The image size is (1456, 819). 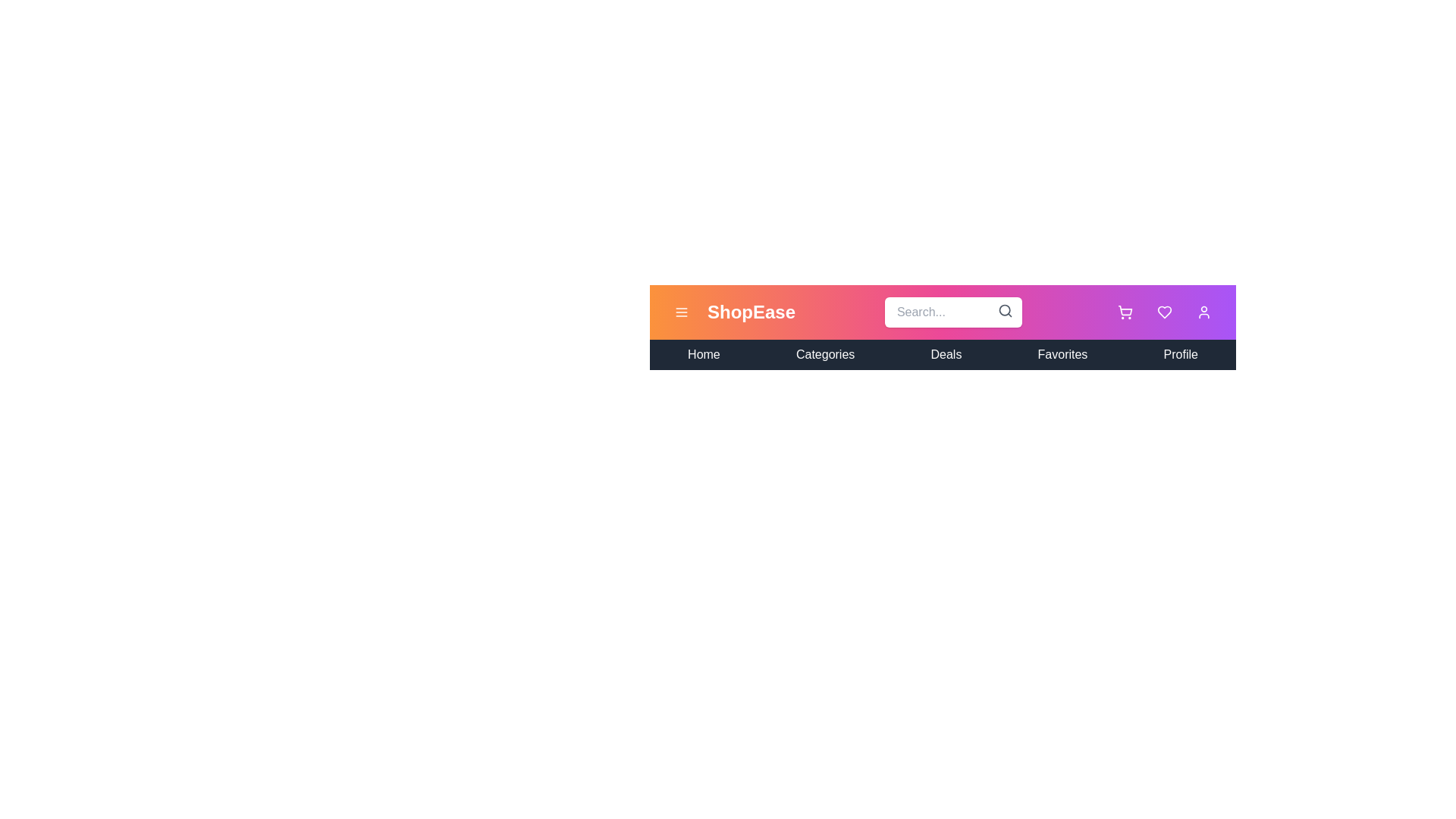 What do you see at coordinates (1062, 354) in the screenshot?
I see `the Favorites from the navigation menu` at bounding box center [1062, 354].